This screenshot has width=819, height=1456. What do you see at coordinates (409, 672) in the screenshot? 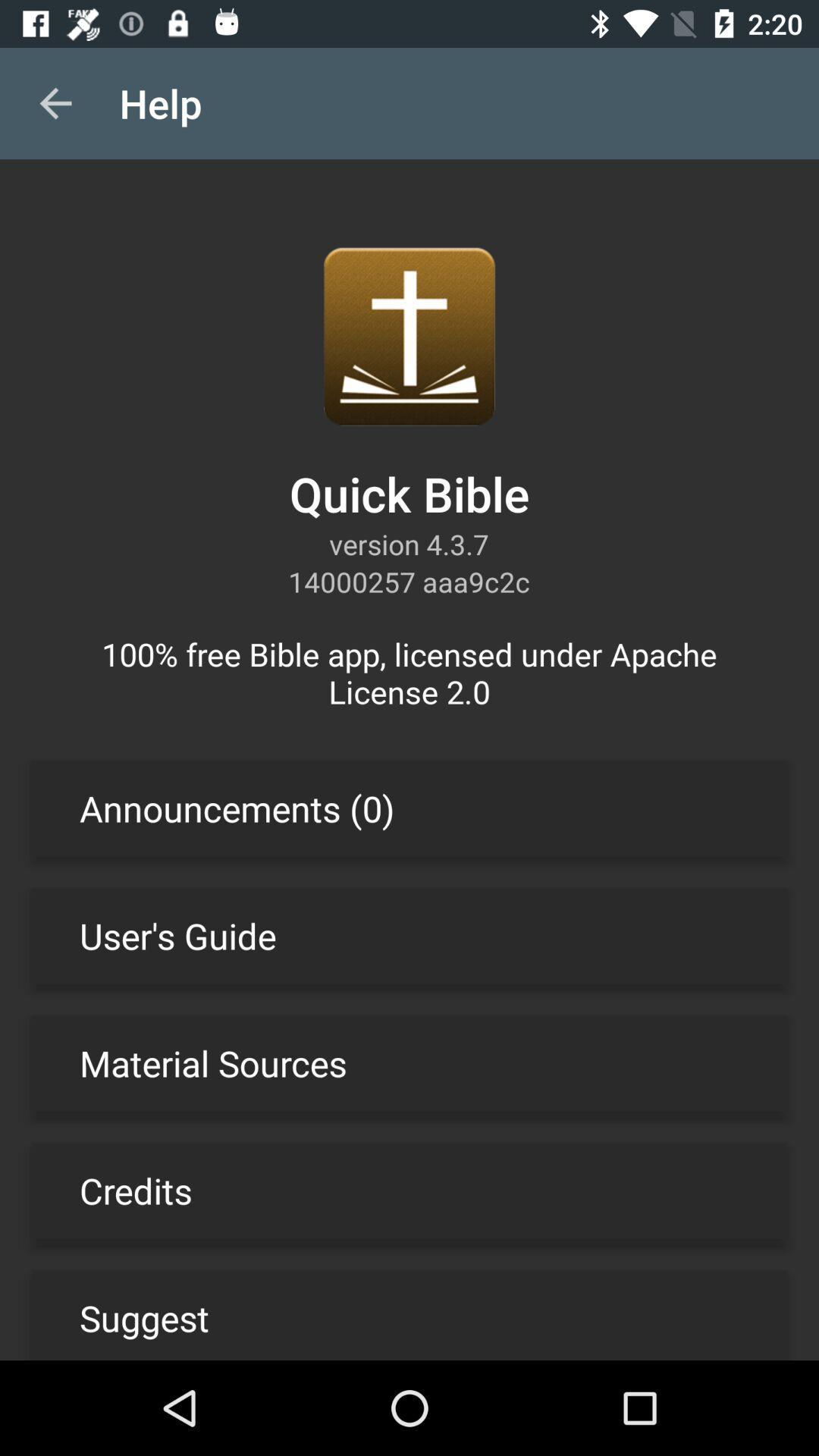
I see `the 100 free bible item` at bounding box center [409, 672].